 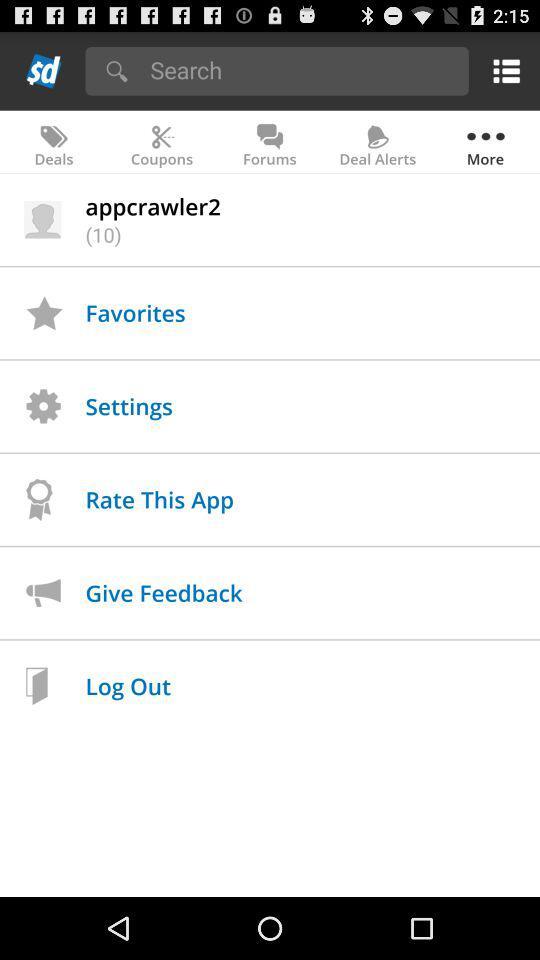 I want to click on app above coupons icon, so click(x=302, y=69).